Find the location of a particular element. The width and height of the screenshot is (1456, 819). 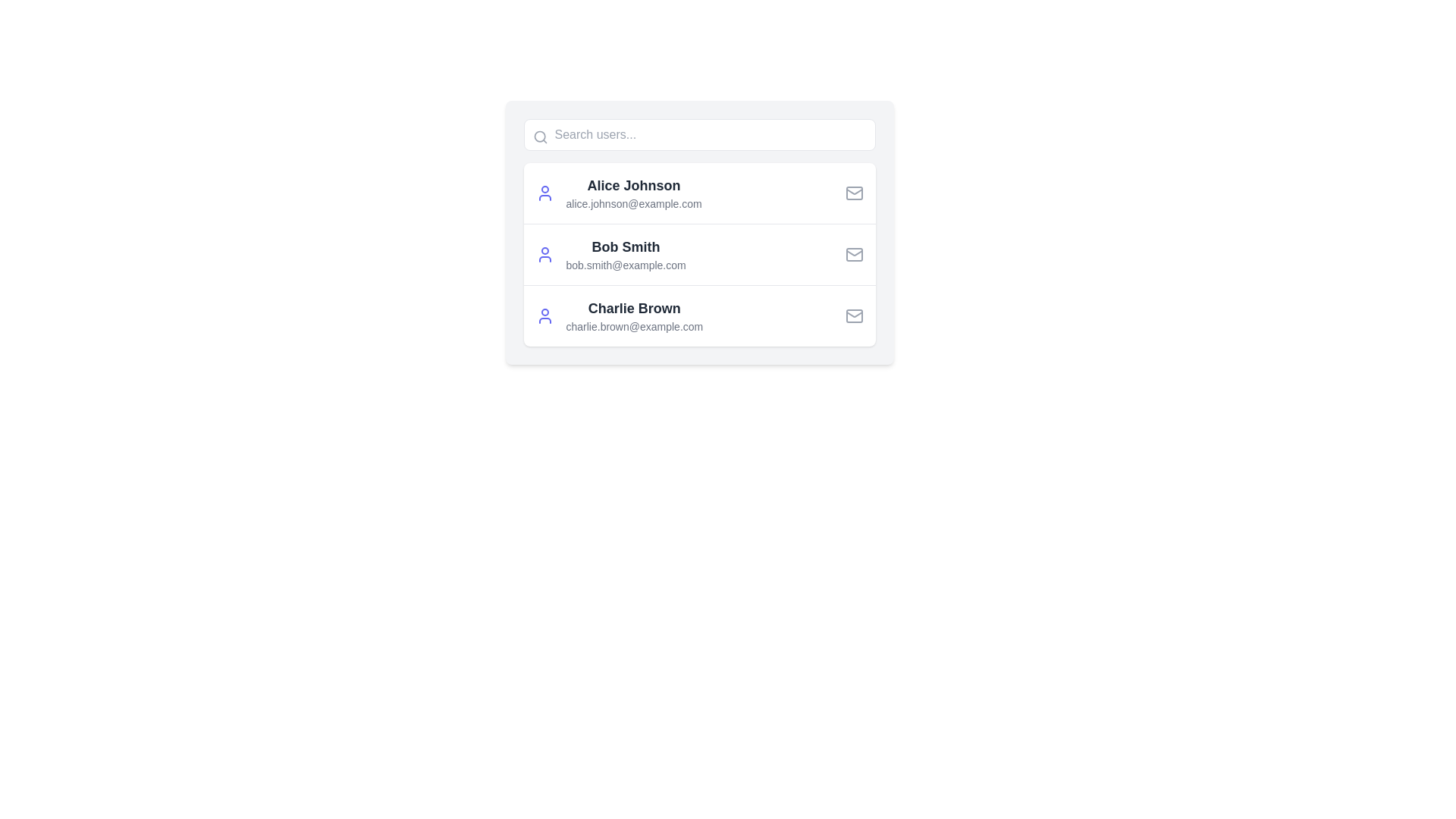

the static text label displaying 'charlie.brown@example.com', which is styled in gray and positioned below the name 'Charlie Brown' is located at coordinates (634, 326).